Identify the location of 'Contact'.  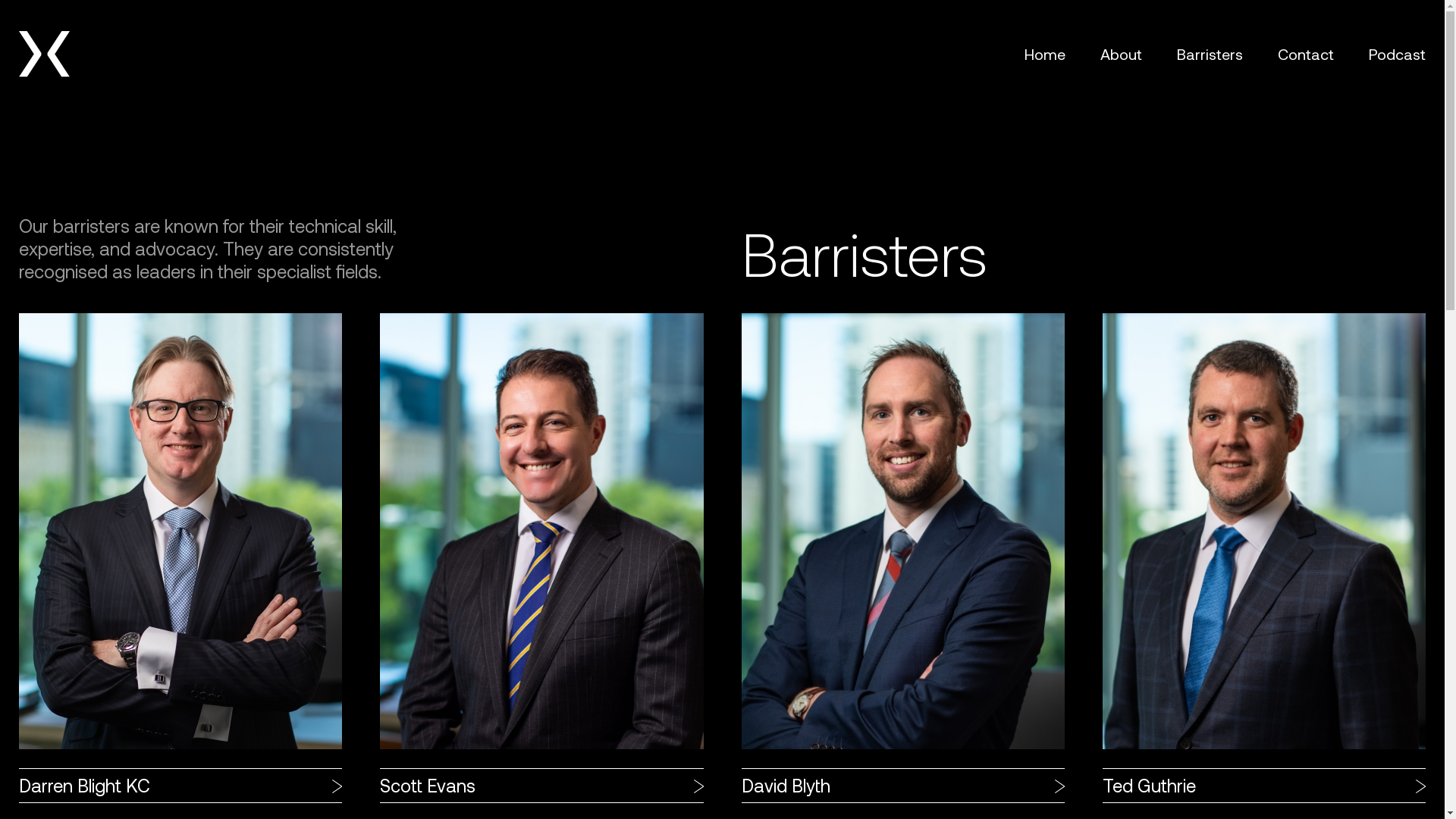
(1305, 52).